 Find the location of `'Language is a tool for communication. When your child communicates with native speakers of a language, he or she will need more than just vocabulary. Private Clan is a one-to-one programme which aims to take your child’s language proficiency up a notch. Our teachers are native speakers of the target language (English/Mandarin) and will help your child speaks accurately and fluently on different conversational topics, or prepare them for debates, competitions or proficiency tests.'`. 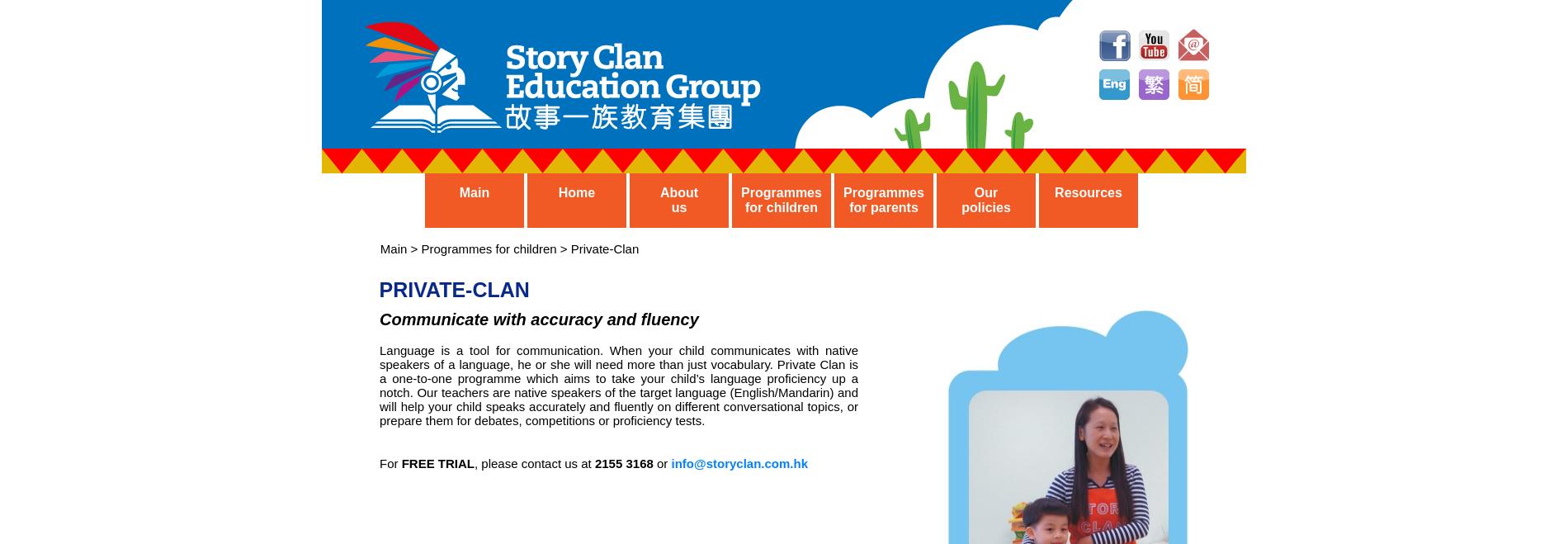

'Language is a tool for communication. When your child communicates with native speakers of a language, he or she will need more than just vocabulary. Private Clan is a one-to-one programme which aims to take your child’s language proficiency up a notch. Our teachers are native speakers of the target language (English/Mandarin) and will help your child speaks accurately and fluently on different conversational topics, or prepare them for debates, competitions or proficiency tests.' is located at coordinates (617, 385).